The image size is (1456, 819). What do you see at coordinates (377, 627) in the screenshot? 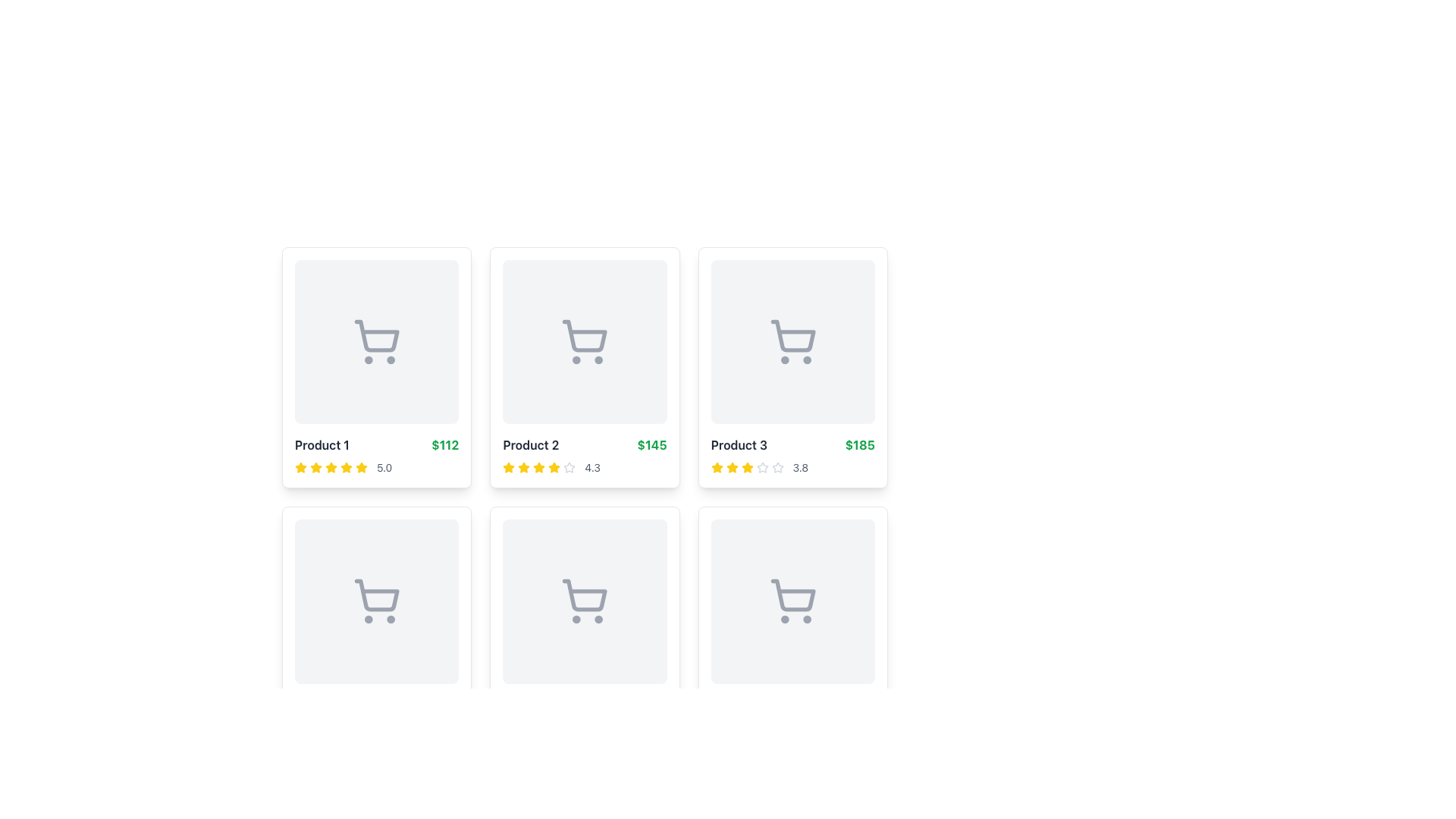
I see `the shopping cart icon located on the Product card with a white background and rounded corners, which is the first item in the second row of the grid layout` at bounding box center [377, 627].